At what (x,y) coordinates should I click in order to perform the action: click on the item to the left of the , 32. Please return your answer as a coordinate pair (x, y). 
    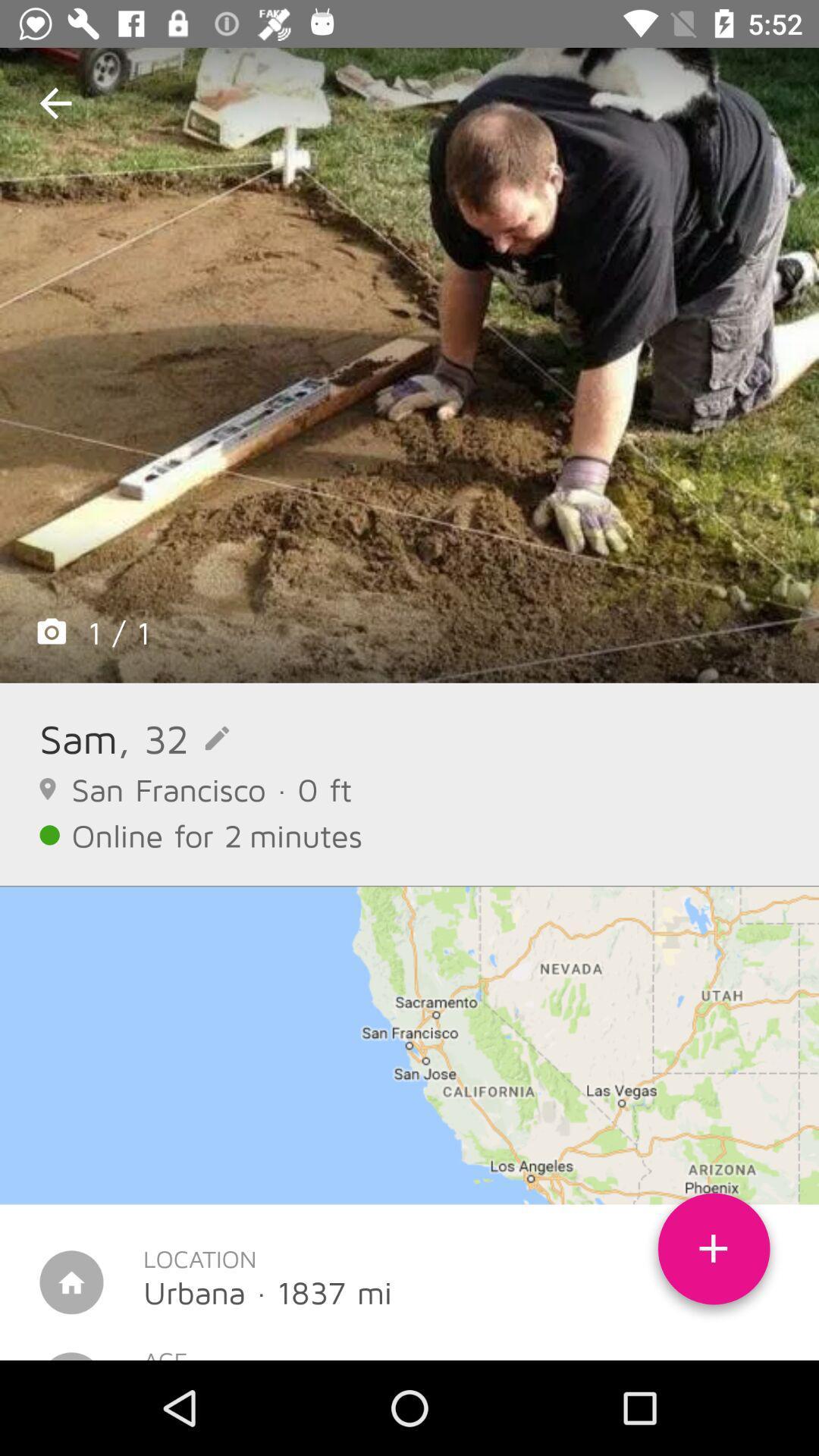
    Looking at the image, I should click on (78, 738).